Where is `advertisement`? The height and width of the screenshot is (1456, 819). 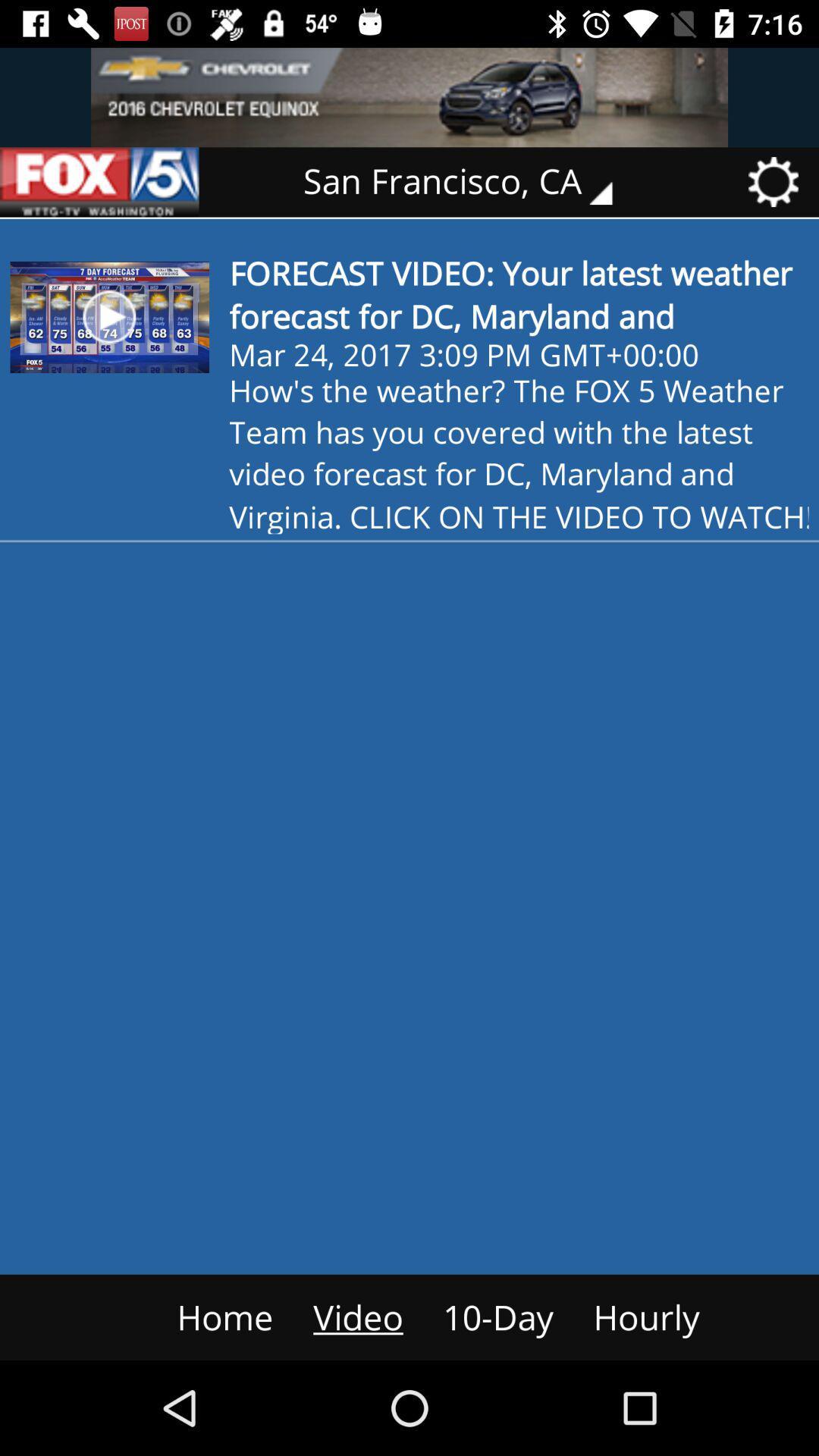 advertisement is located at coordinates (409, 96).